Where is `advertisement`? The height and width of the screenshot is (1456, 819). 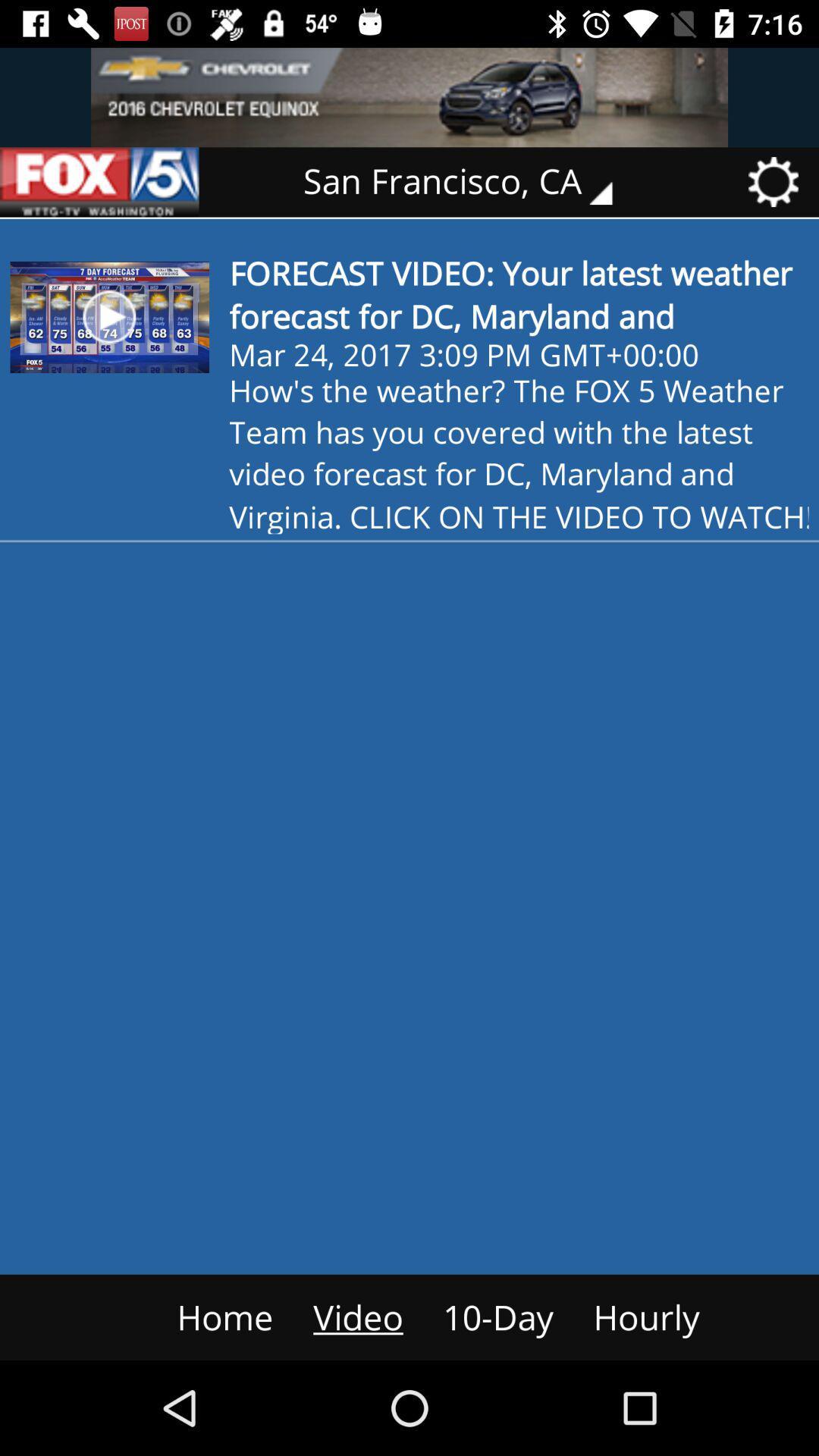 advertisement is located at coordinates (409, 96).